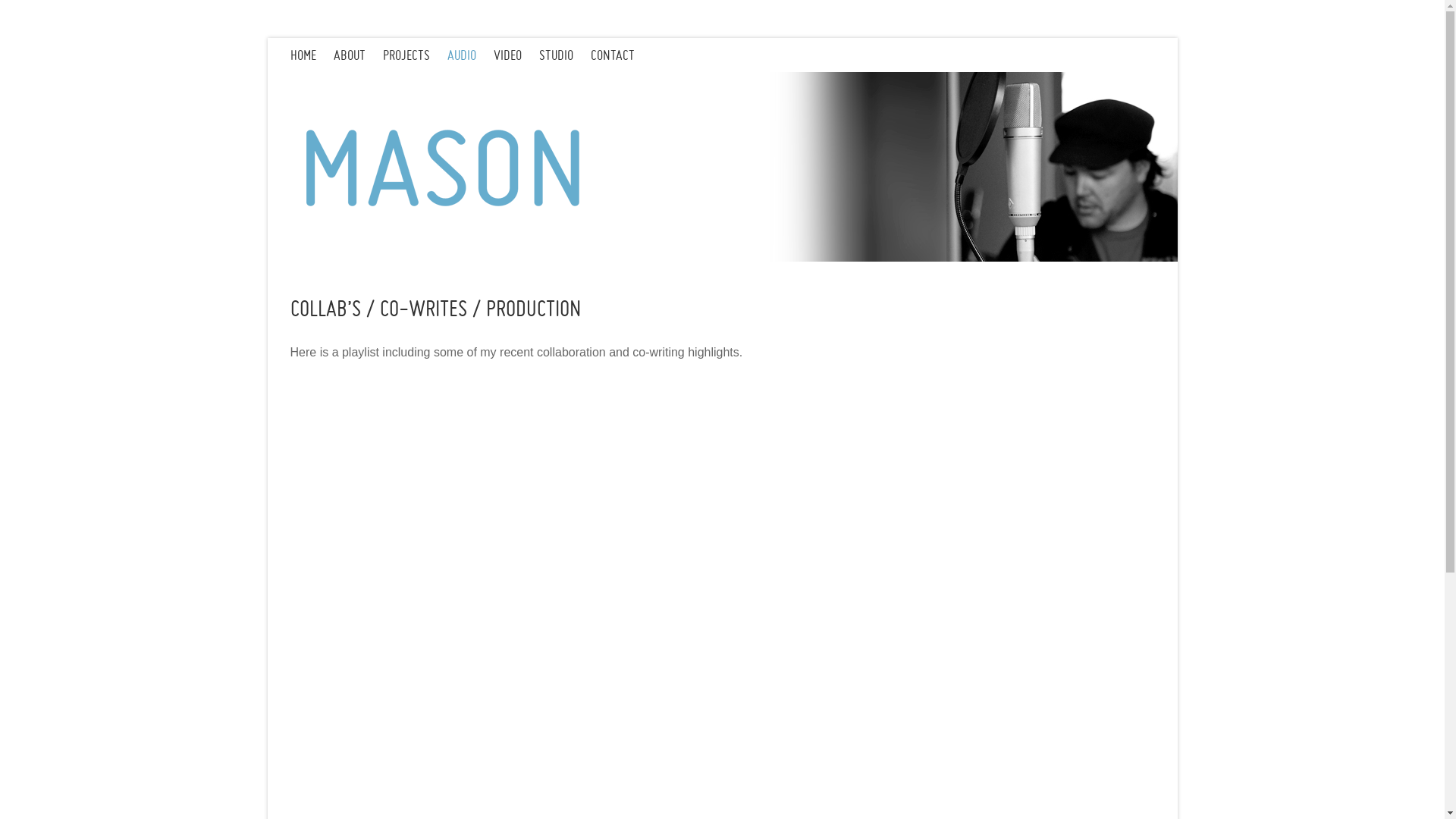  Describe the element at coordinates (563, 54) in the screenshot. I see `'STUDIO'` at that location.